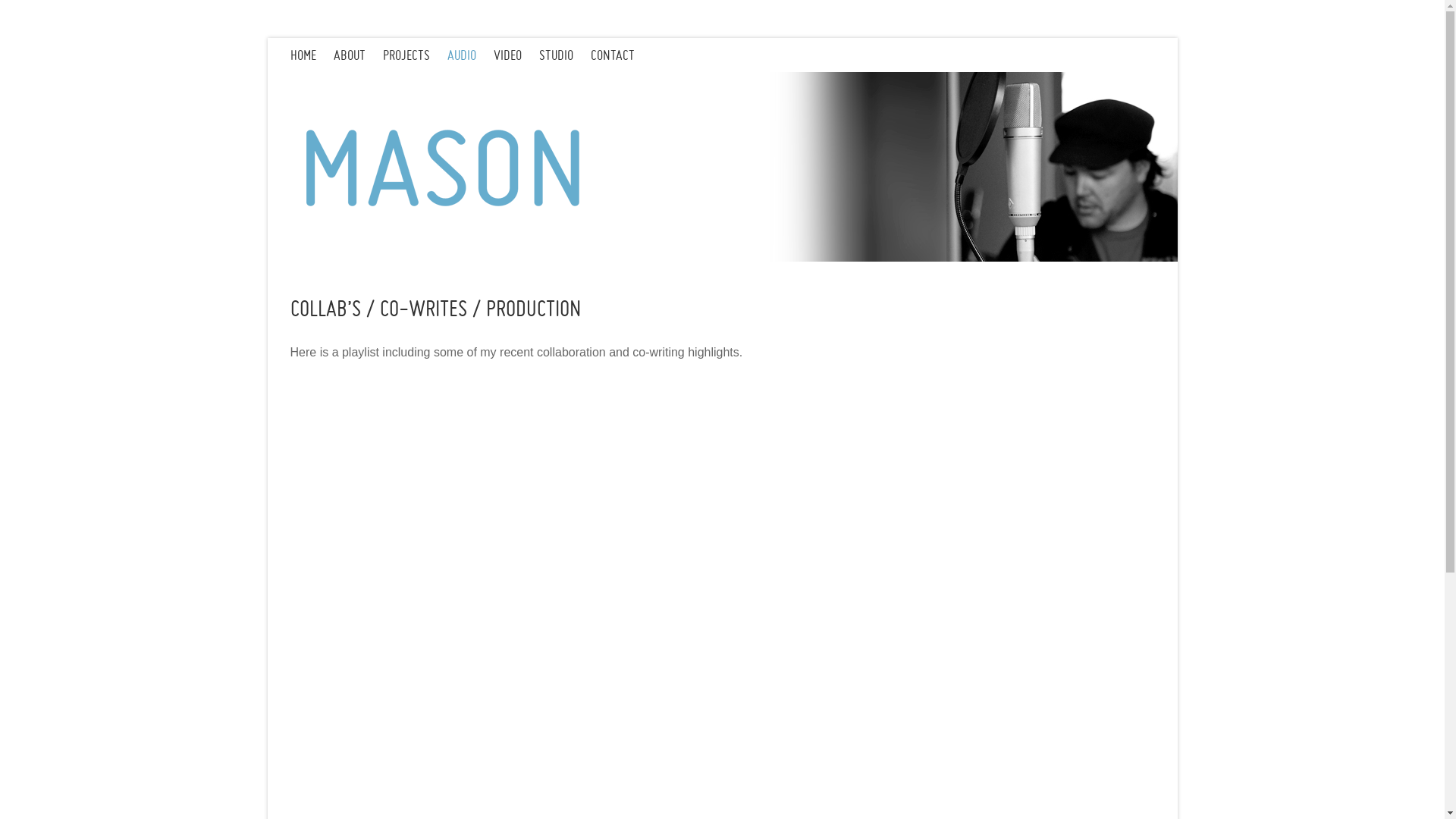  Describe the element at coordinates (563, 54) in the screenshot. I see `'STUDIO'` at that location.